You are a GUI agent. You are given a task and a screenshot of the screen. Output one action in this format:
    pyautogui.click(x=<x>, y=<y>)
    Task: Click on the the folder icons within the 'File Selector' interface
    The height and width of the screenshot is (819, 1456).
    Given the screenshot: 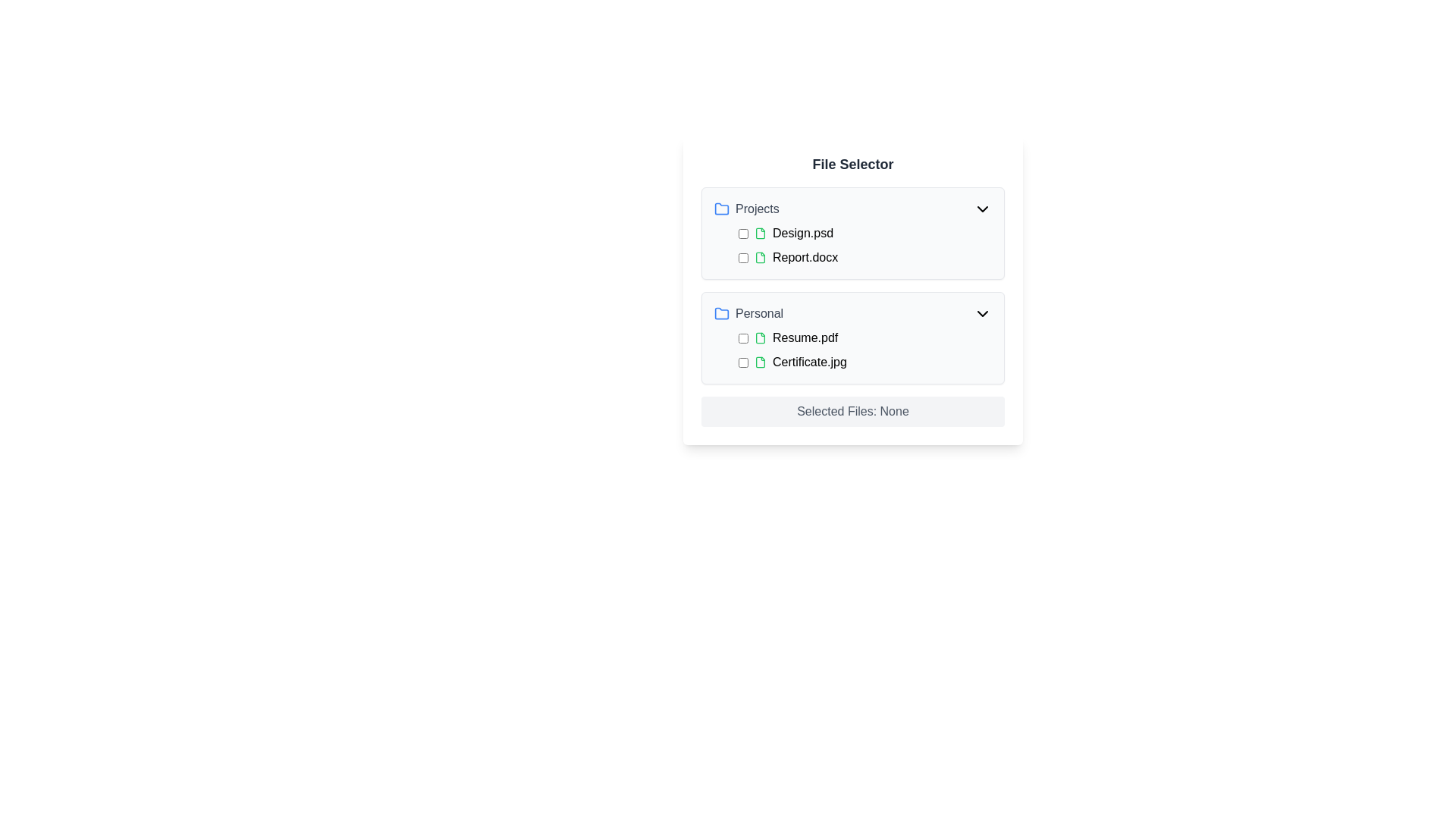 What is the action you would take?
    pyautogui.click(x=852, y=290)
    